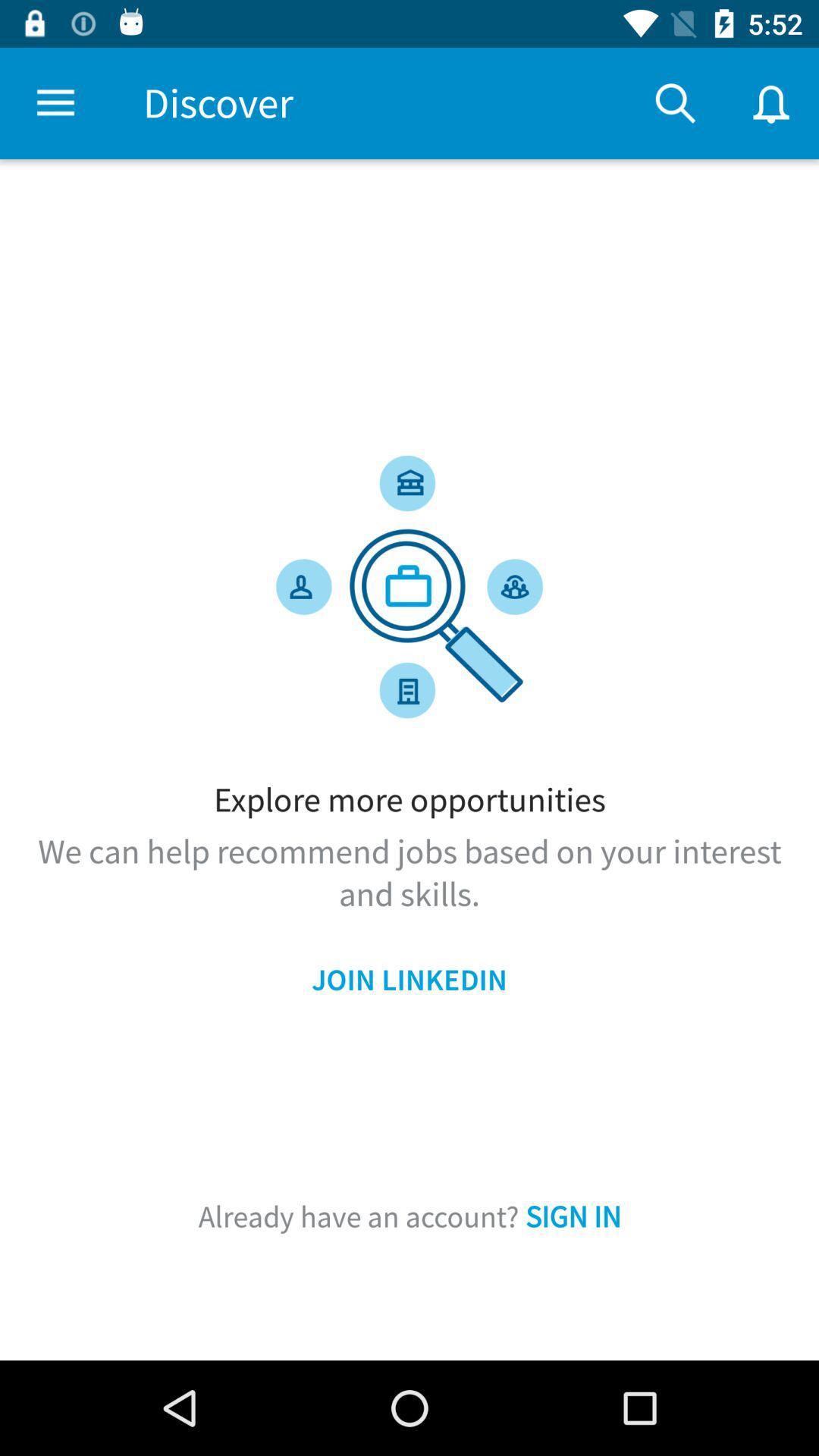  Describe the element at coordinates (675, 102) in the screenshot. I see `item above explore more opportunities item` at that location.